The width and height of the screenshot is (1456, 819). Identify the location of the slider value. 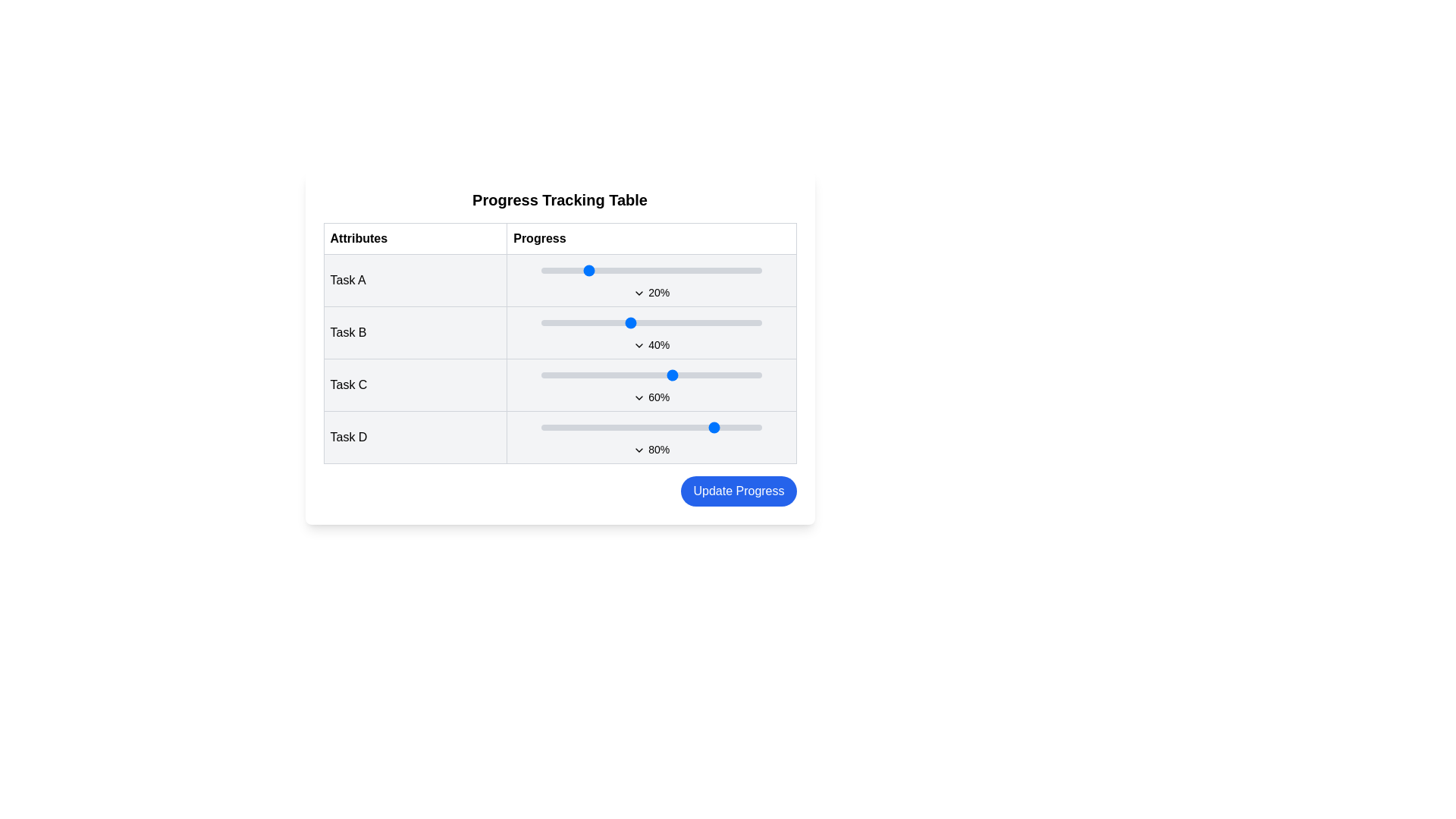
(708, 270).